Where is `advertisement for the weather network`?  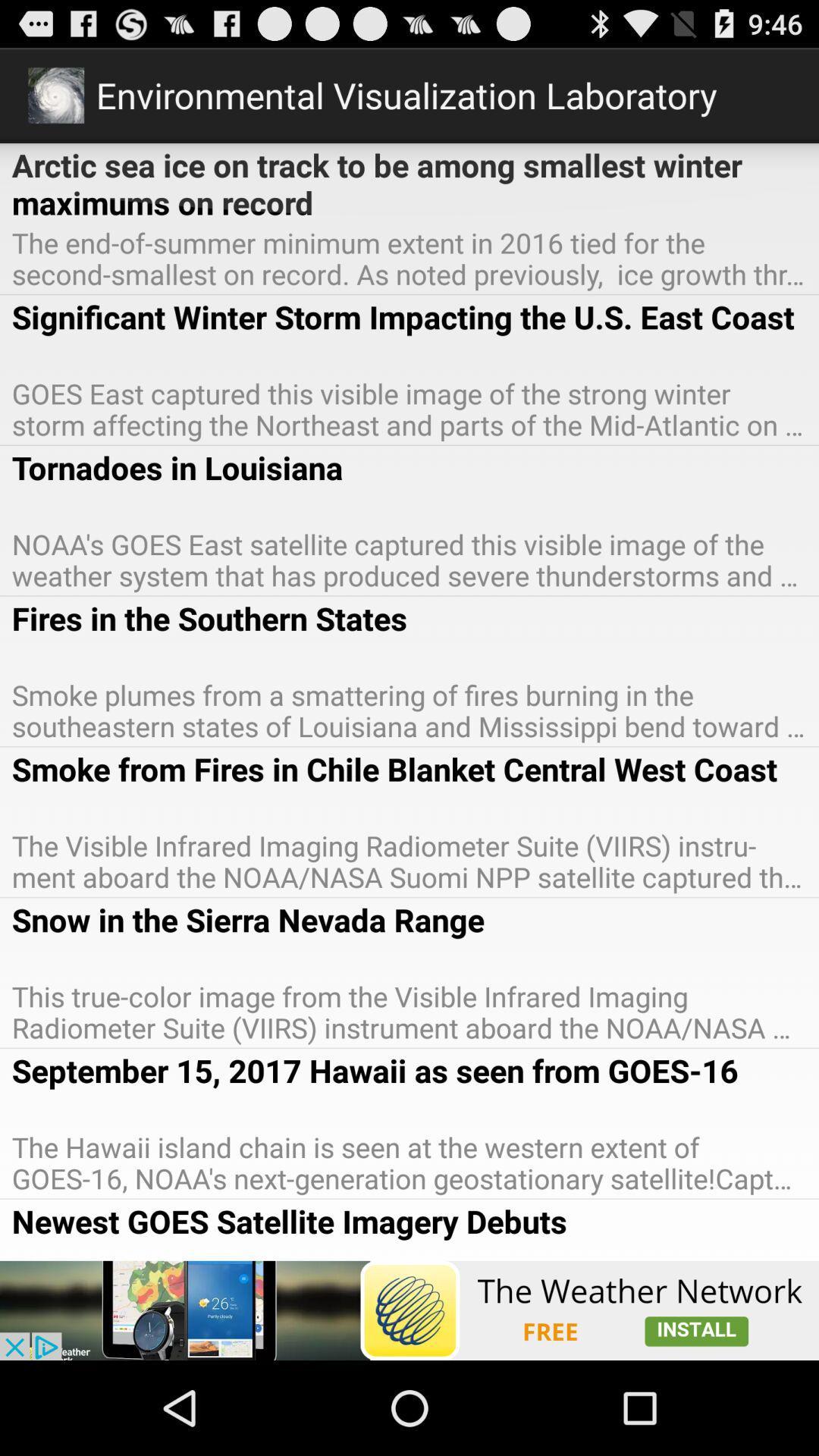
advertisement for the weather network is located at coordinates (409, 1310).